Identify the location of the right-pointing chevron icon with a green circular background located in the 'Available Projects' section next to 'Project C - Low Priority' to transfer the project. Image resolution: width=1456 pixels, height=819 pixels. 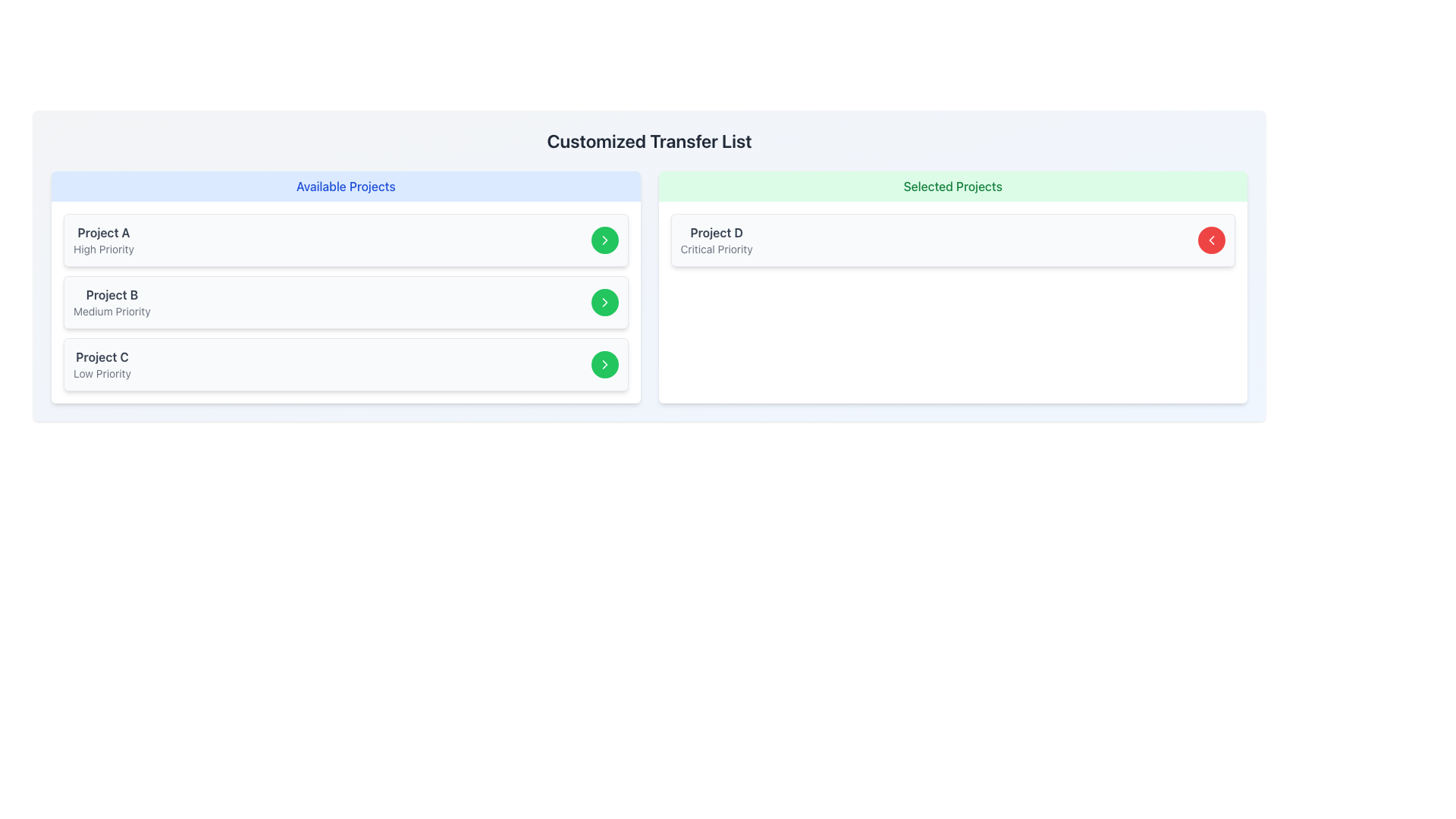
(604, 365).